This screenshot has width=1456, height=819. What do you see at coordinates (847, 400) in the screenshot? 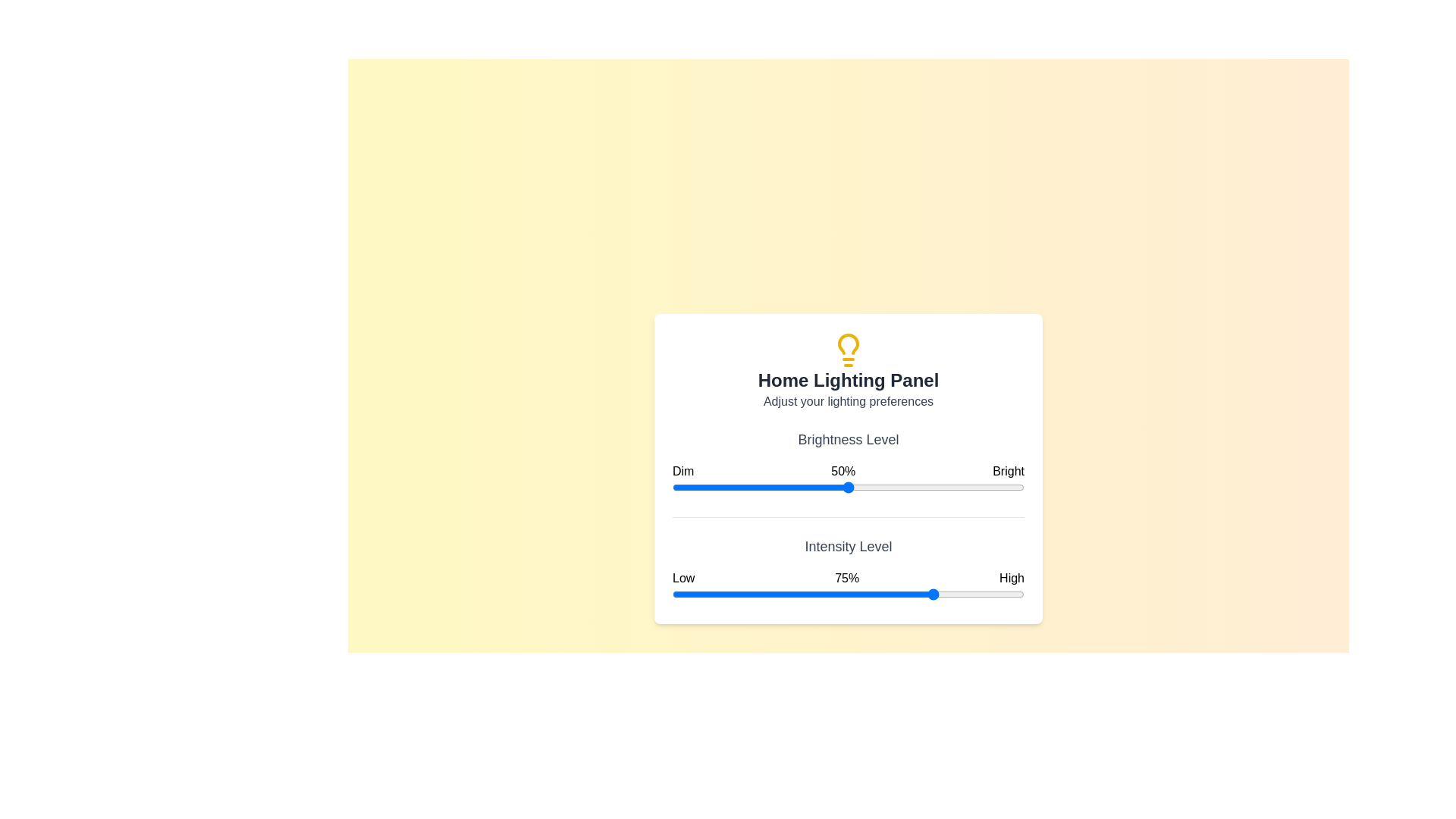
I see `the static text label that serves as a subtitle for the 'Home Lighting Panel', located directly beneath the title within the centered white box` at bounding box center [847, 400].